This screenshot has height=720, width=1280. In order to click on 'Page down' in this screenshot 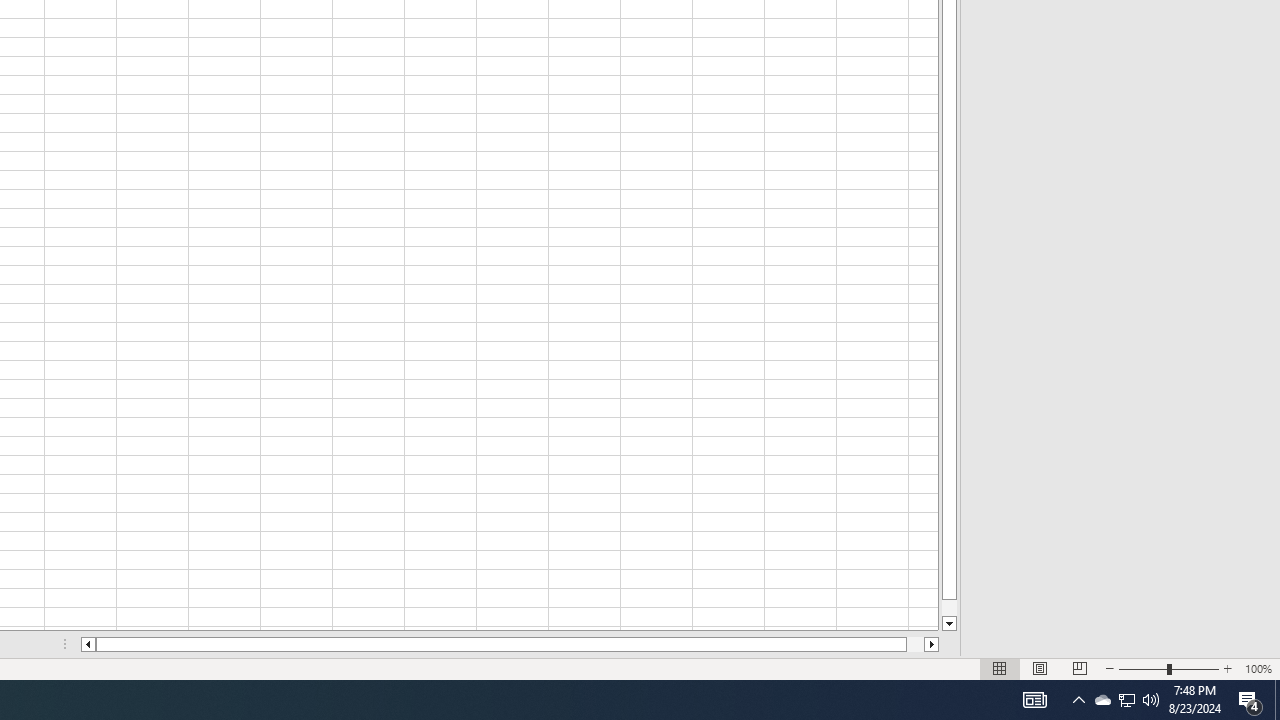, I will do `click(948, 607)`.